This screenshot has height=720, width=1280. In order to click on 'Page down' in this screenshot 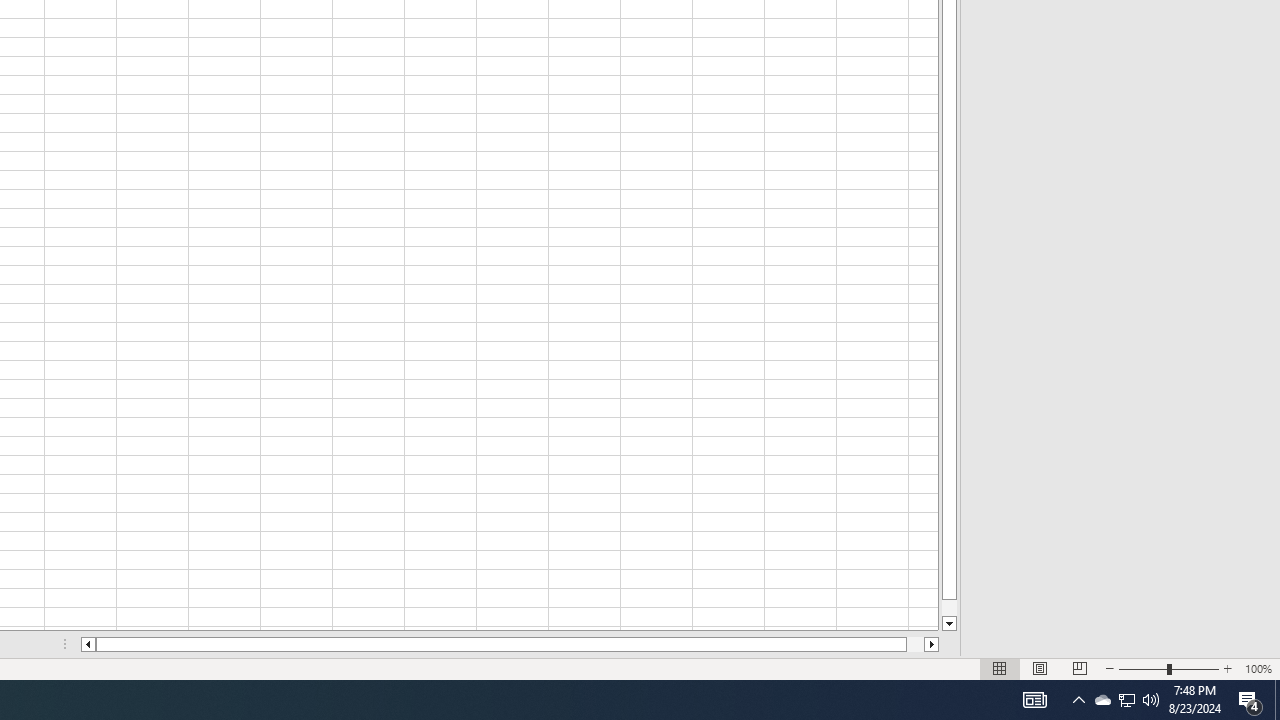, I will do `click(948, 607)`.